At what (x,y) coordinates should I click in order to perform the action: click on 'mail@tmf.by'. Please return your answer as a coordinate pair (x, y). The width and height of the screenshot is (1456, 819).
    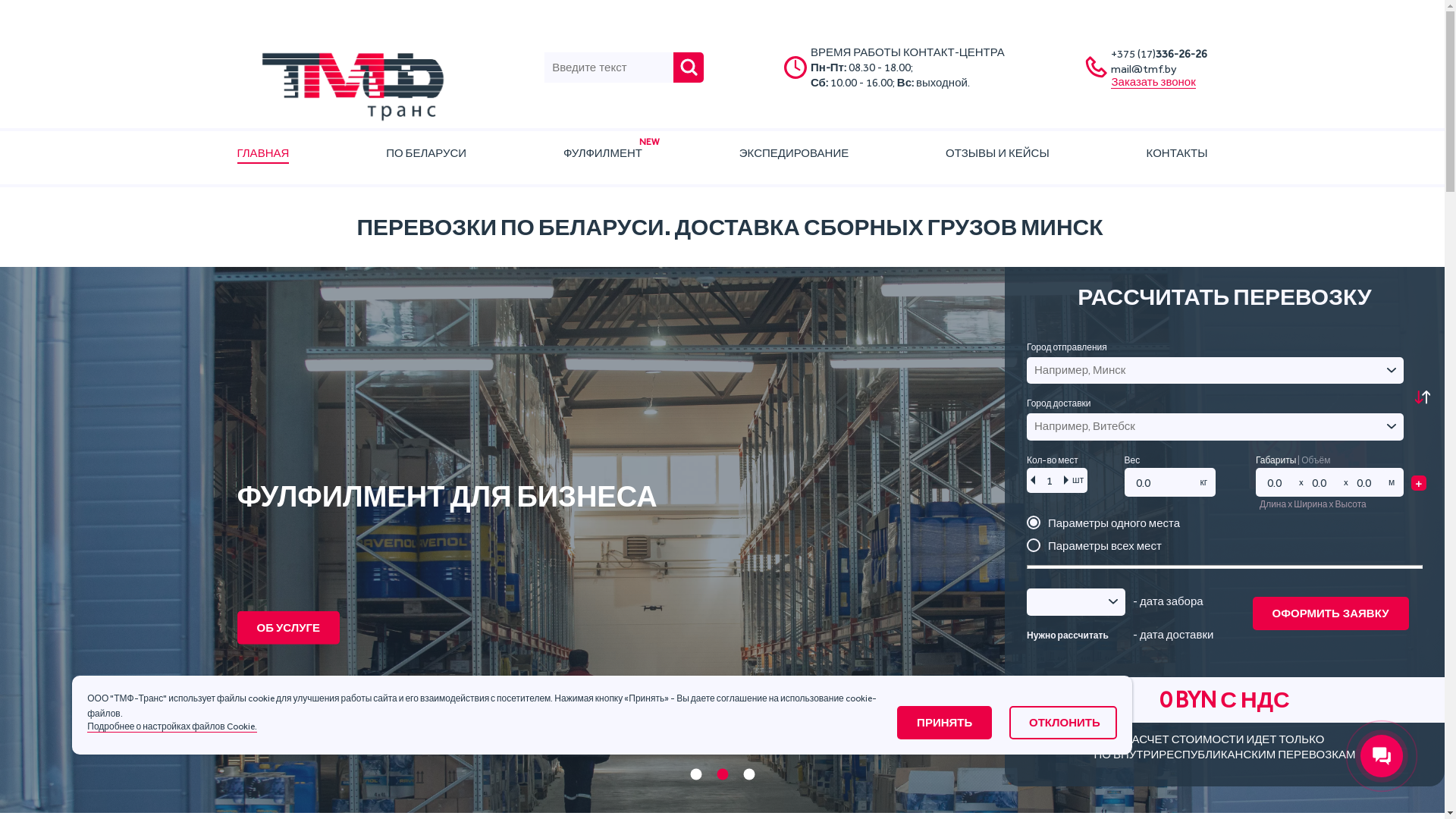
    Looking at the image, I should click on (1110, 69).